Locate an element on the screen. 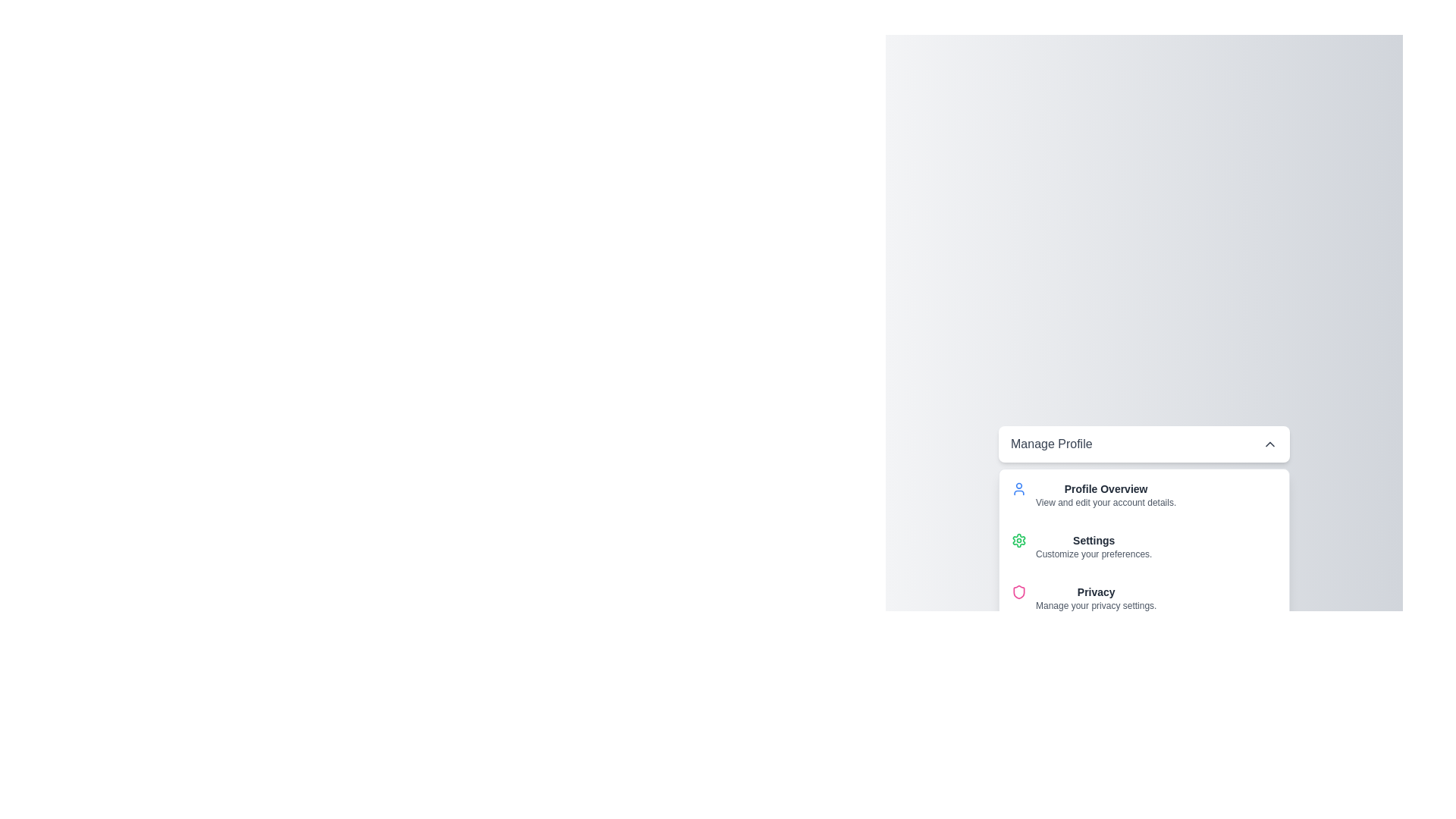  the second item in the vertical list under the 'Manage Profile' section, which is associated with a green gear icon is located at coordinates (1094, 547).